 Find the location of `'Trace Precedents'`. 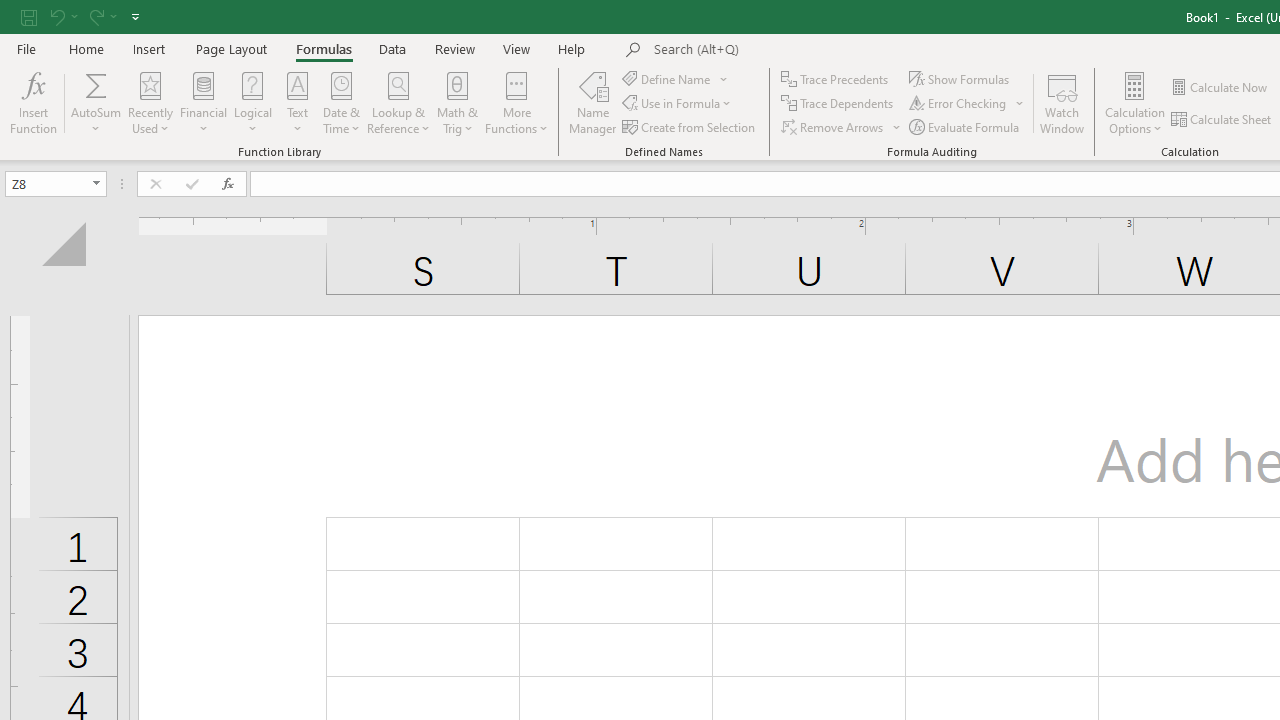

'Trace Precedents' is located at coordinates (836, 78).